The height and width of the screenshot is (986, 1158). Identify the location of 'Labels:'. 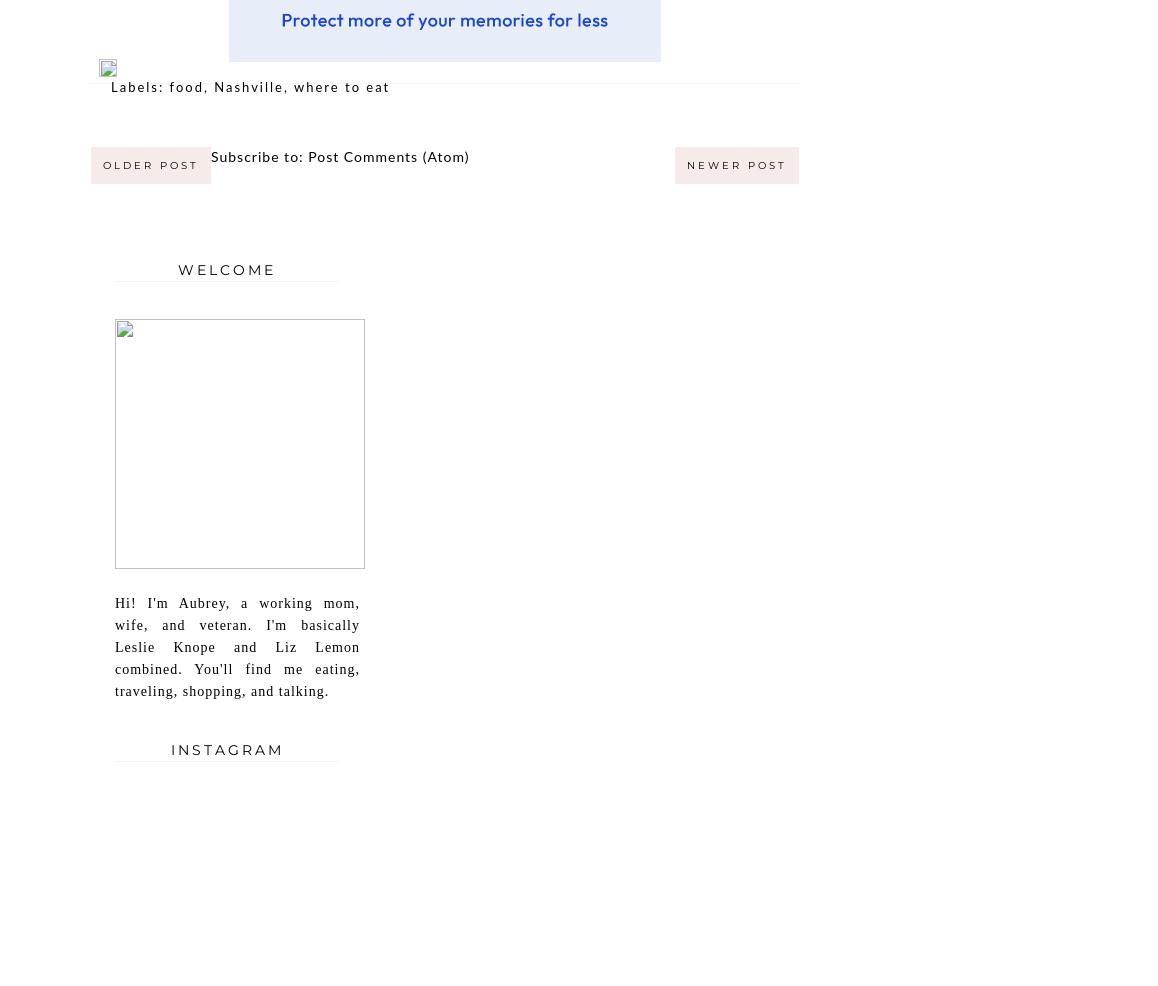
(139, 88).